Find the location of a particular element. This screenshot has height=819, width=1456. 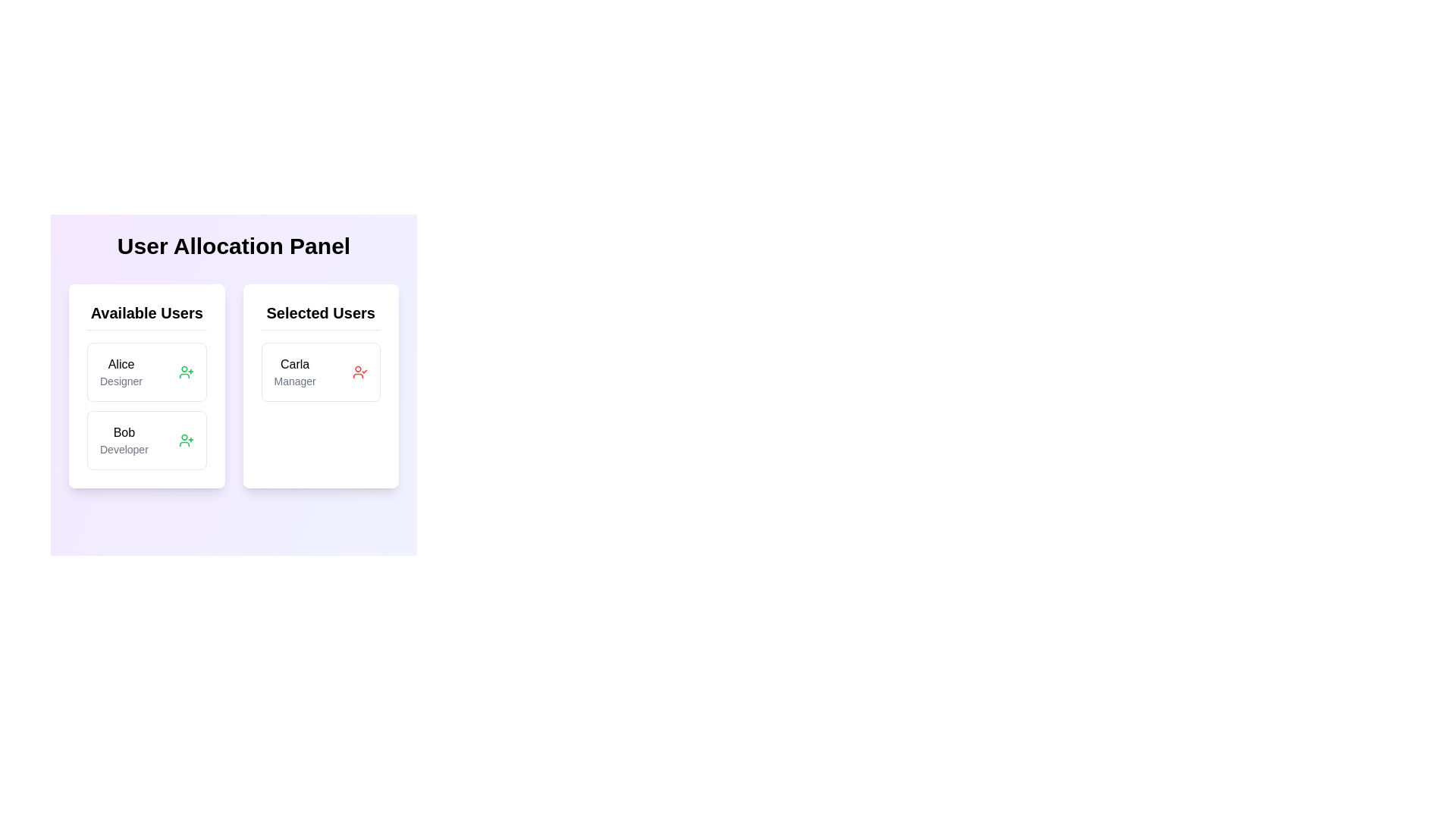

the 'Available Users' list item, located in the left panel of the interface is located at coordinates (146, 406).